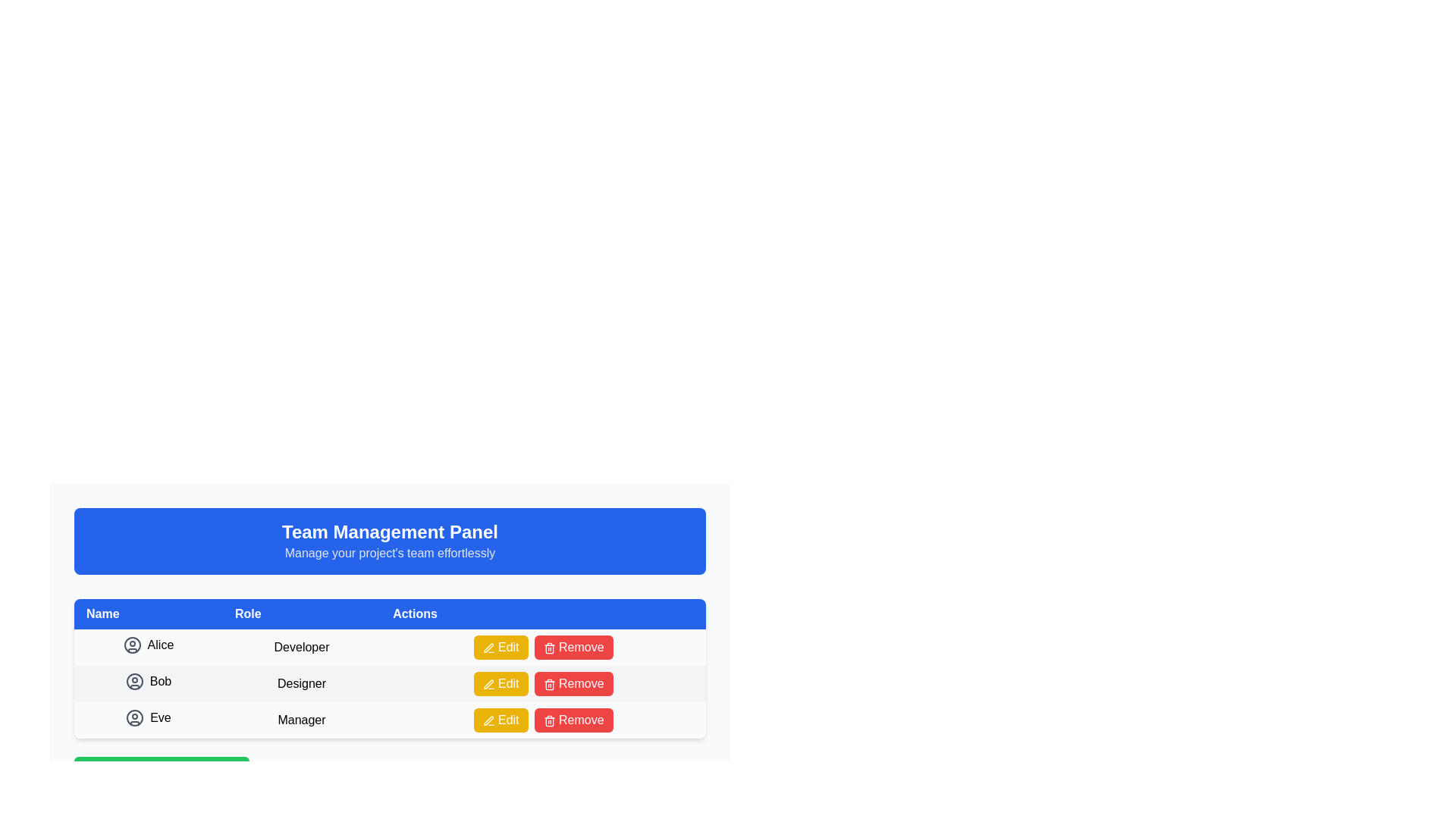  What do you see at coordinates (500, 647) in the screenshot?
I see `the 'Edit' button with a yellow background and a pen icon, located in the 'Actions' column of the table for the 'Developer' role to change its background color to a darker shade of yellow` at bounding box center [500, 647].